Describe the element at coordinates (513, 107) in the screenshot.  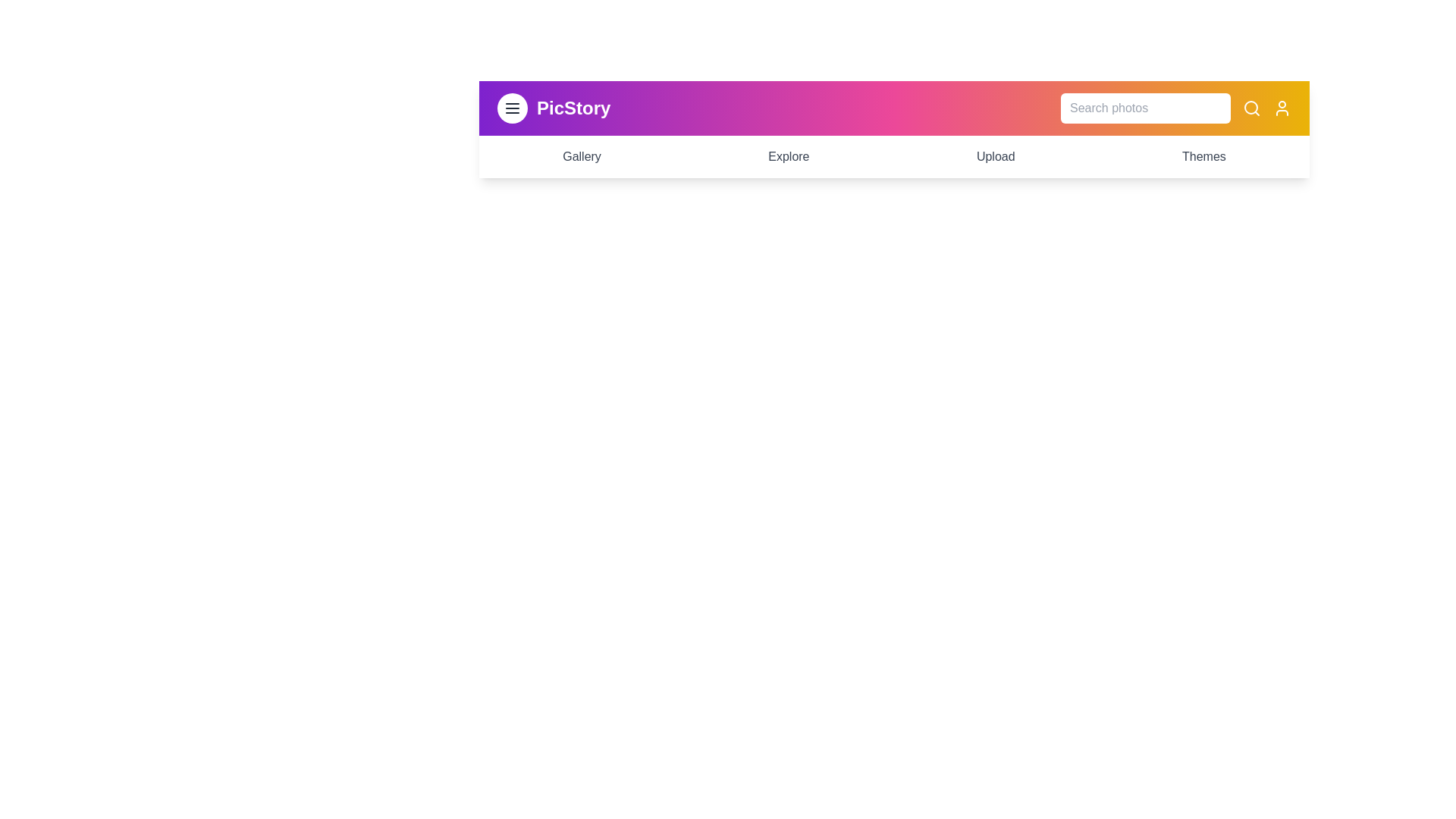
I see `menu button to toggle the menu visibility` at that location.